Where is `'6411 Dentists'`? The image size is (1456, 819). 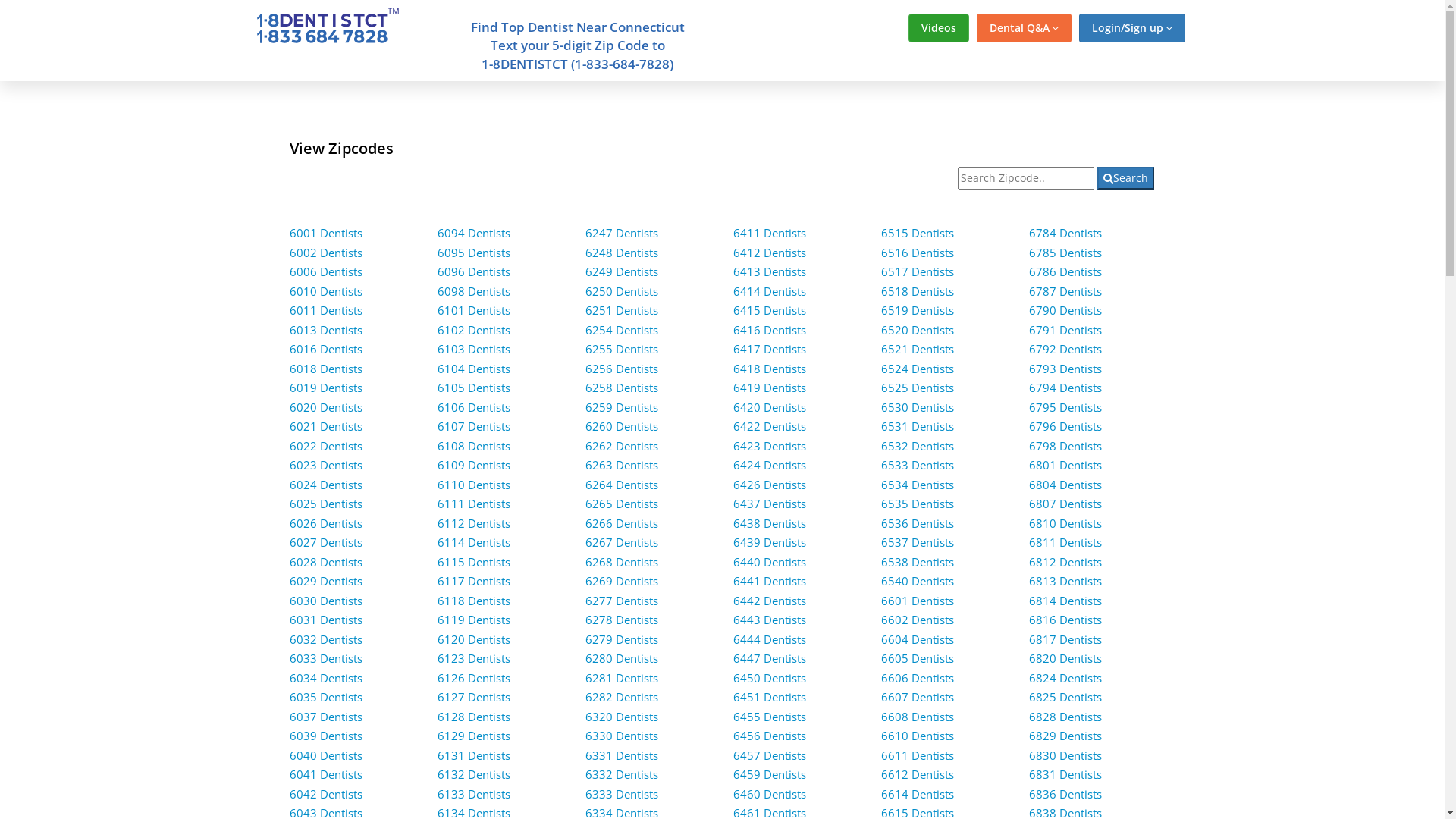
'6411 Dentists' is located at coordinates (769, 233).